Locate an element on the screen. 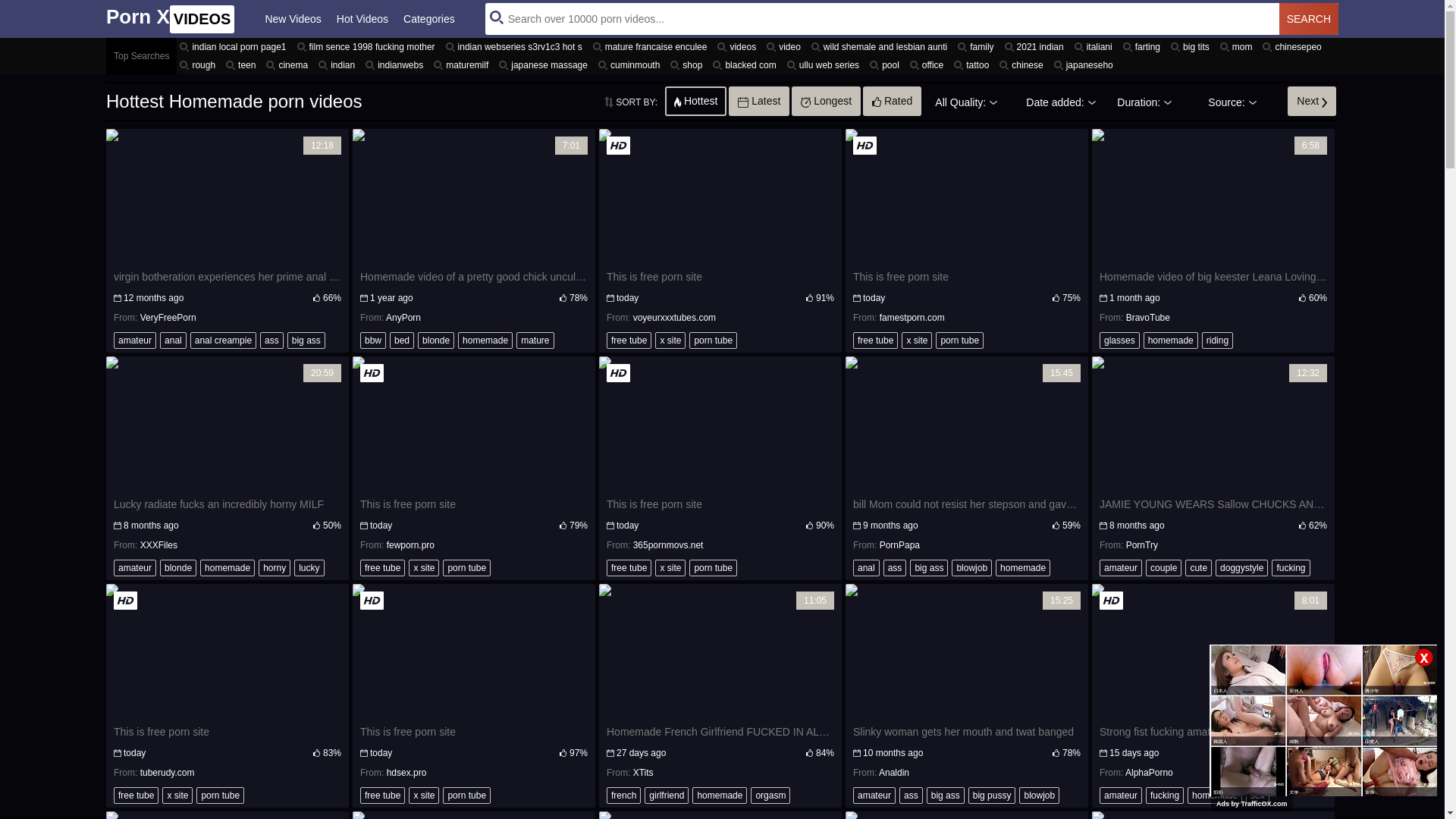 The width and height of the screenshot is (1456, 819). 'Porn X VIDEOS' is located at coordinates (170, 18).